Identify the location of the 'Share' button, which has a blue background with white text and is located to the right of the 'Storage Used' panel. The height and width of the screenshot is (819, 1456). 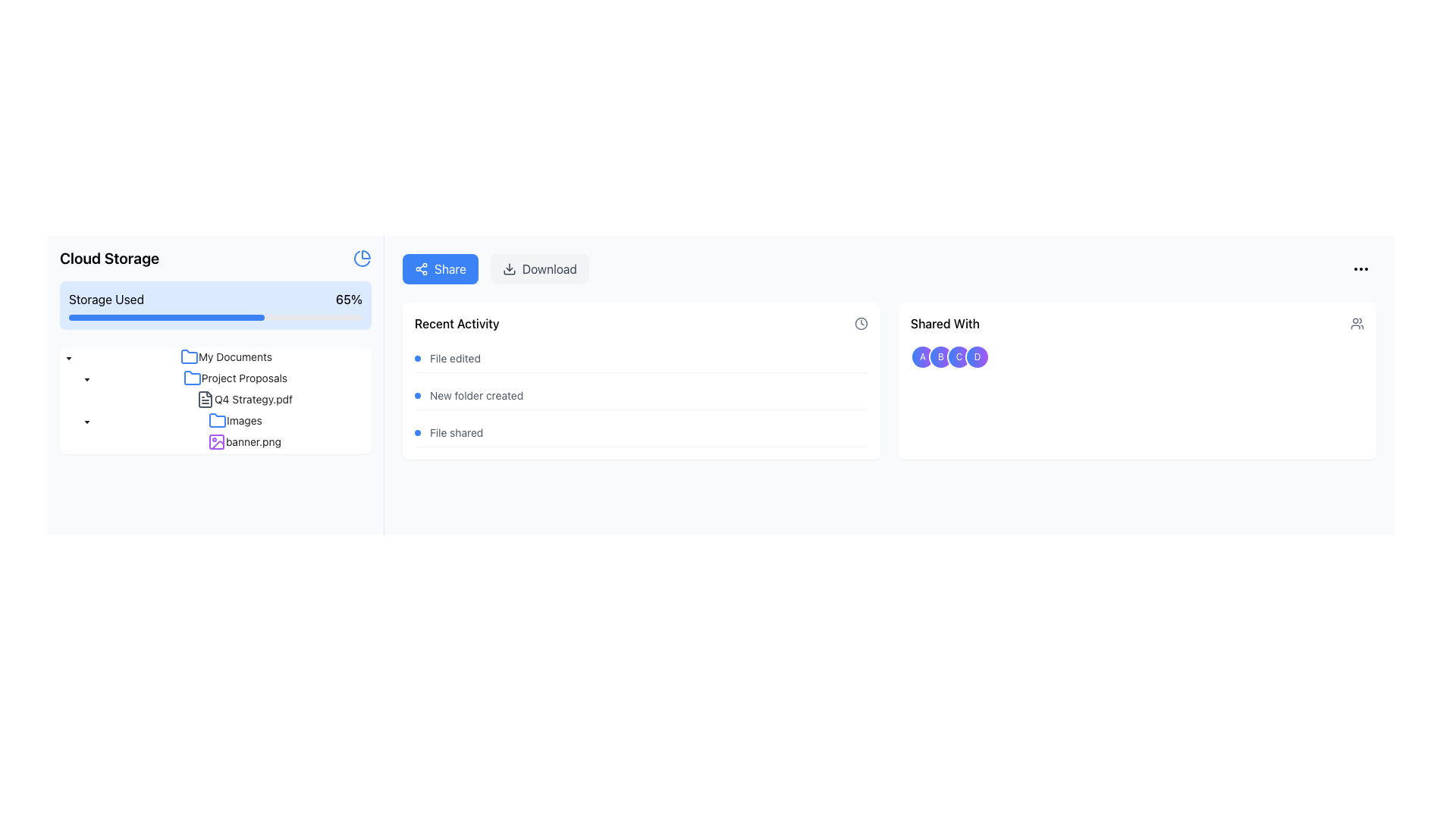
(439, 268).